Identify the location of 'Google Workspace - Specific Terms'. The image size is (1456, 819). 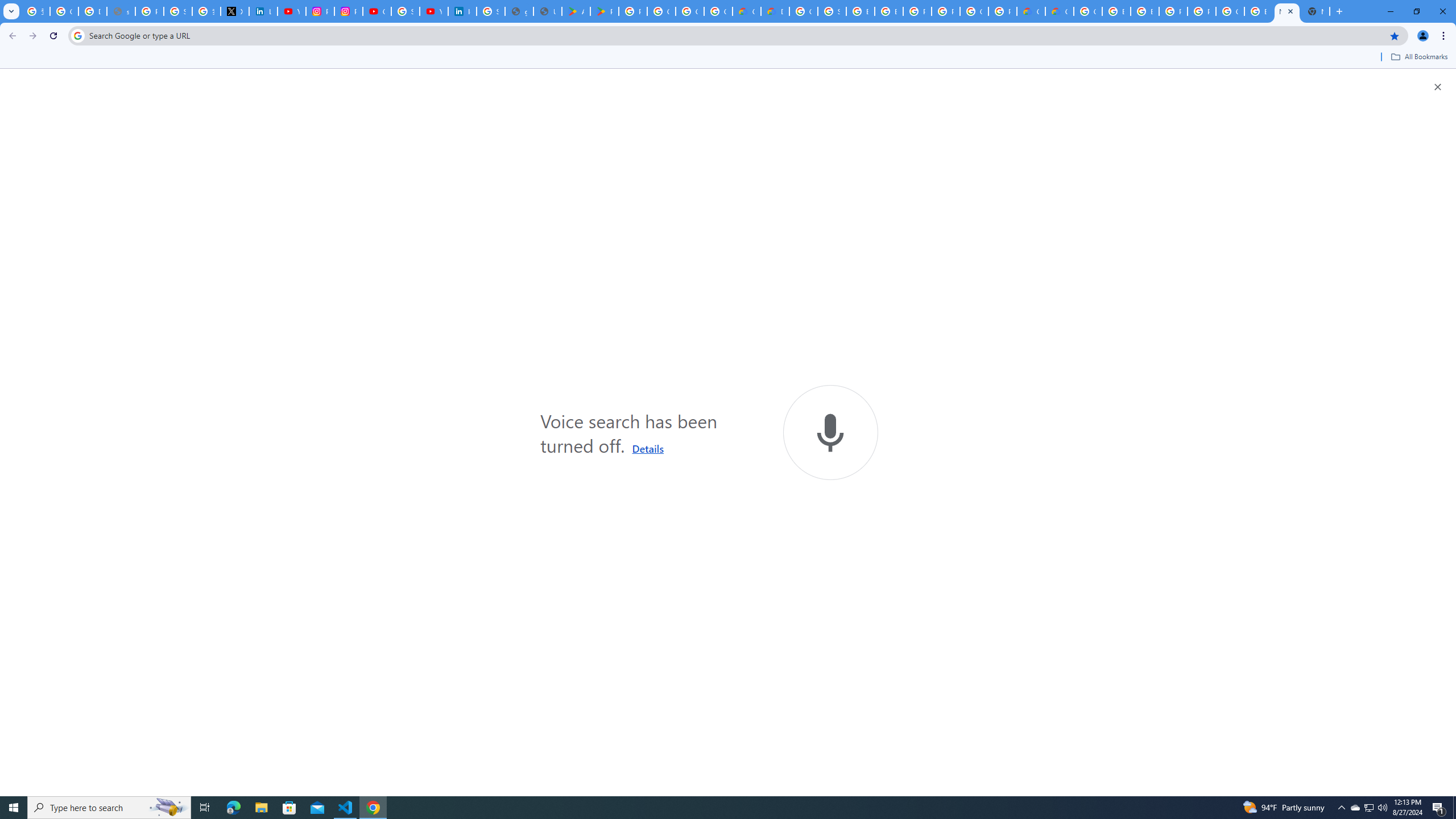
(689, 11).